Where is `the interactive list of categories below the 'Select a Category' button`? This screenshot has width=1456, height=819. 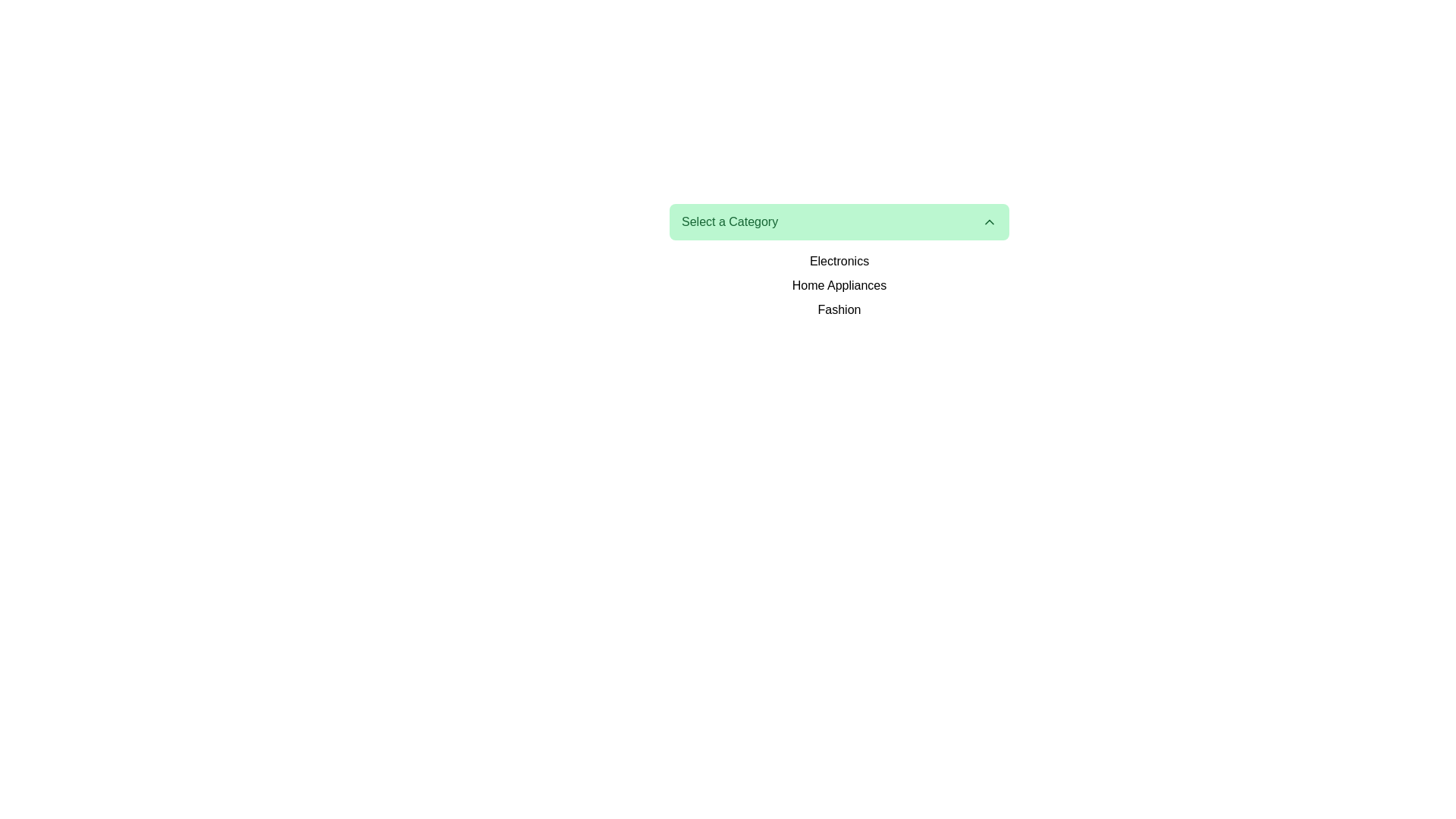 the interactive list of categories below the 'Select a Category' button is located at coordinates (839, 286).